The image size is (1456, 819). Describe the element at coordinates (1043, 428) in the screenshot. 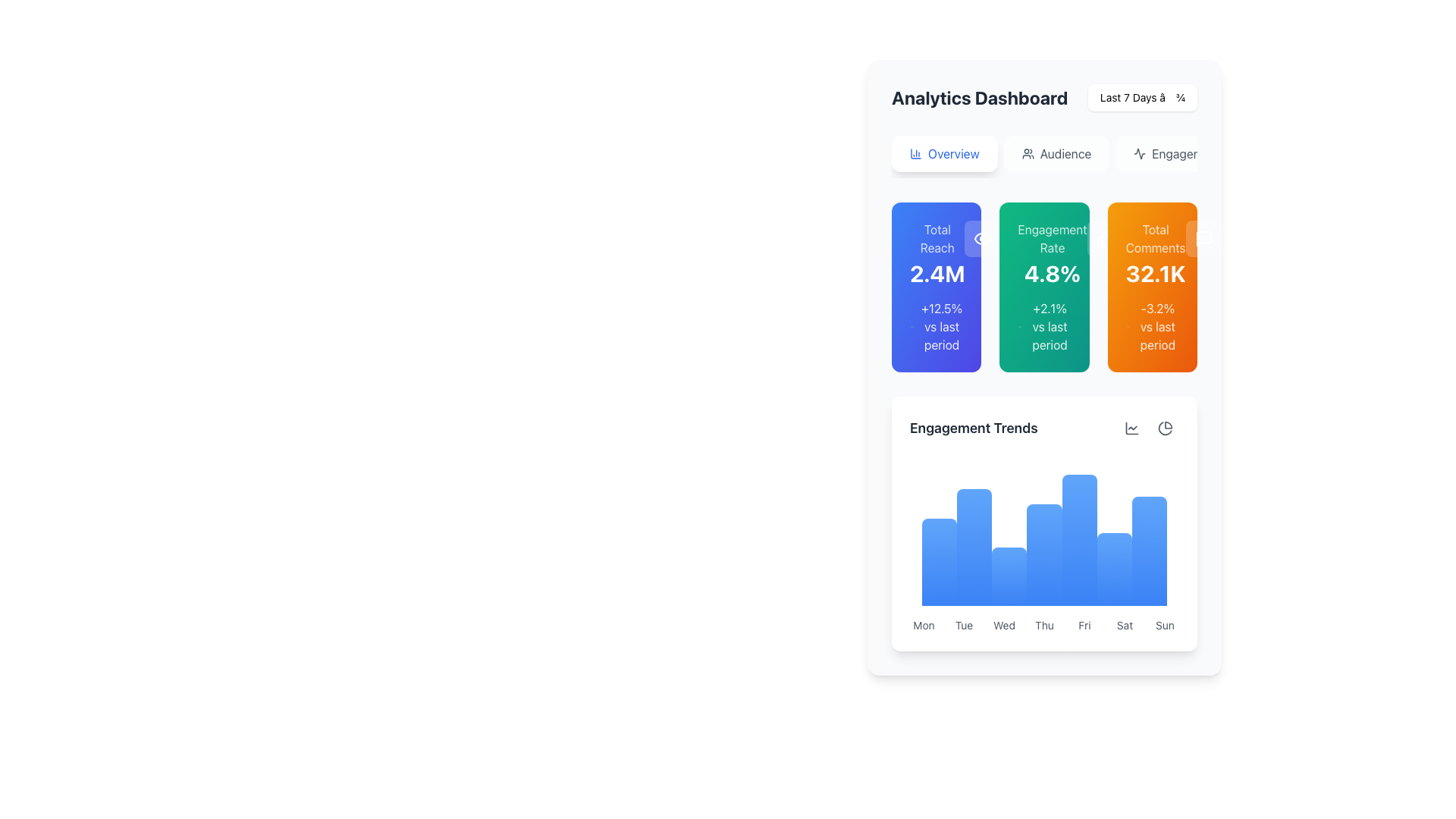

I see `the text label displaying the title 'Engagement Trends' for accessibility` at that location.